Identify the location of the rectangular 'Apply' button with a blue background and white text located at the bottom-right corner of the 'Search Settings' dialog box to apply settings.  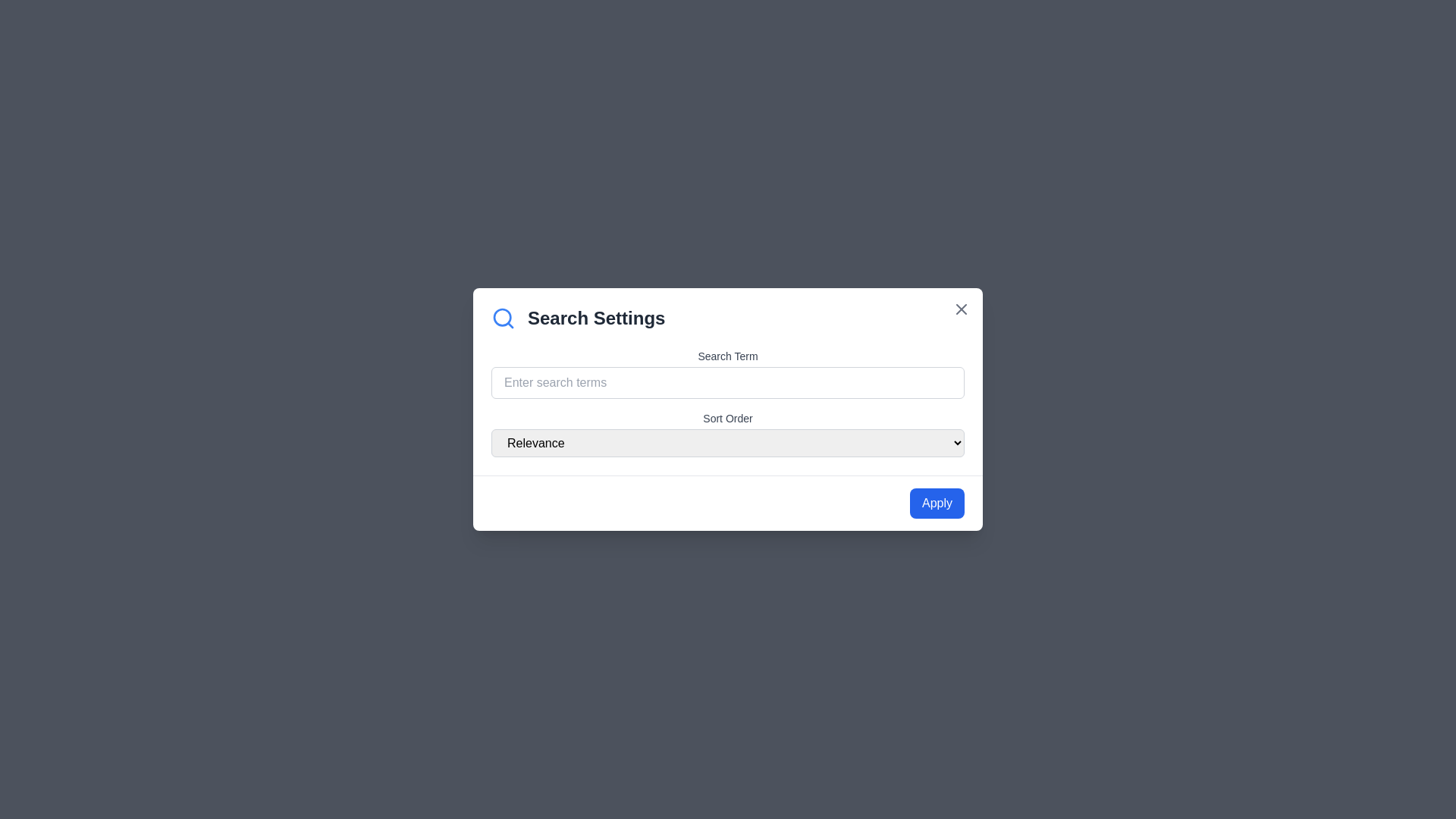
(936, 503).